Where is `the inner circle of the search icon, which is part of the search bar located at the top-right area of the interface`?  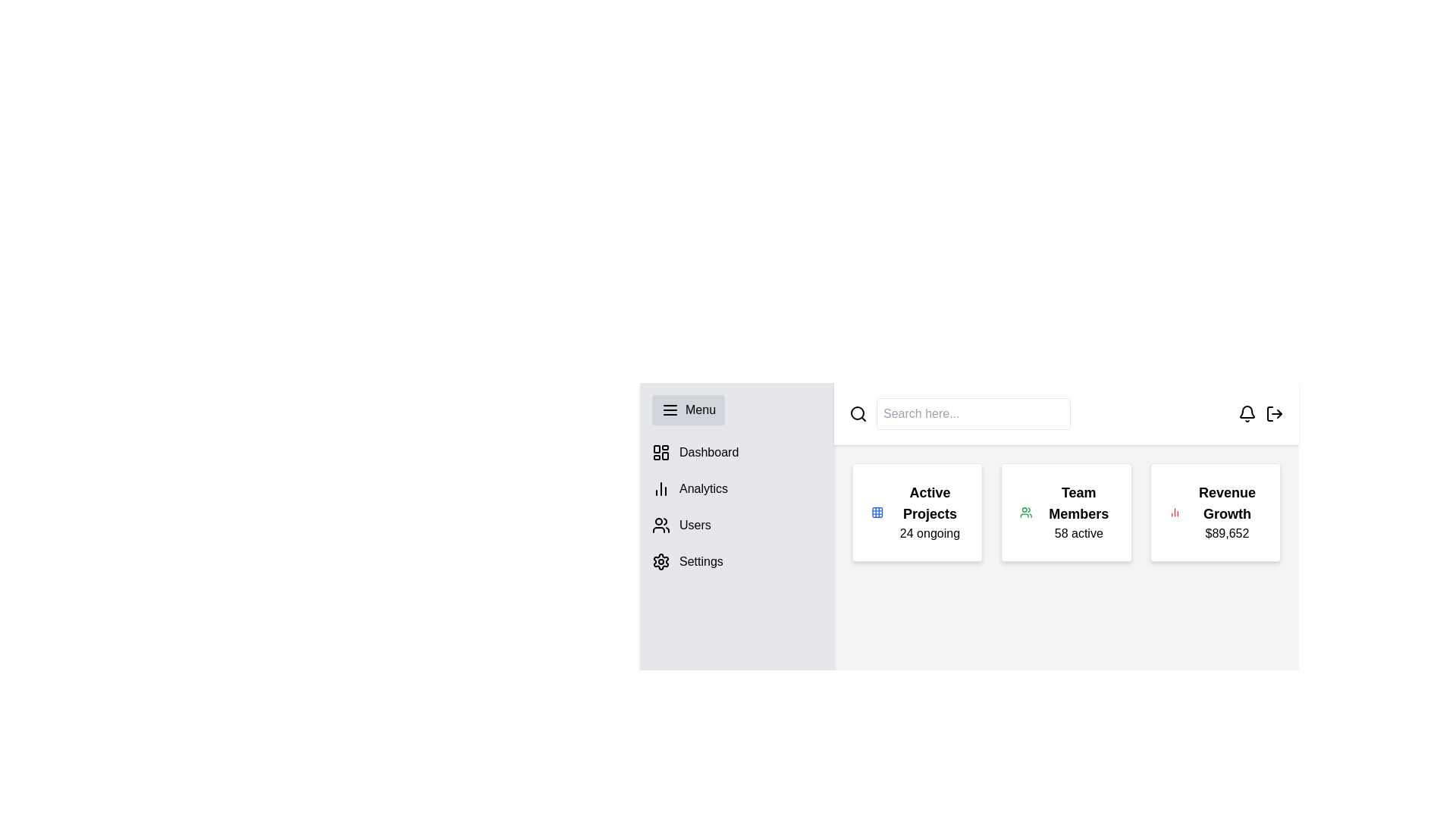 the inner circle of the search icon, which is part of the search bar located at the top-right area of the interface is located at coordinates (858, 413).